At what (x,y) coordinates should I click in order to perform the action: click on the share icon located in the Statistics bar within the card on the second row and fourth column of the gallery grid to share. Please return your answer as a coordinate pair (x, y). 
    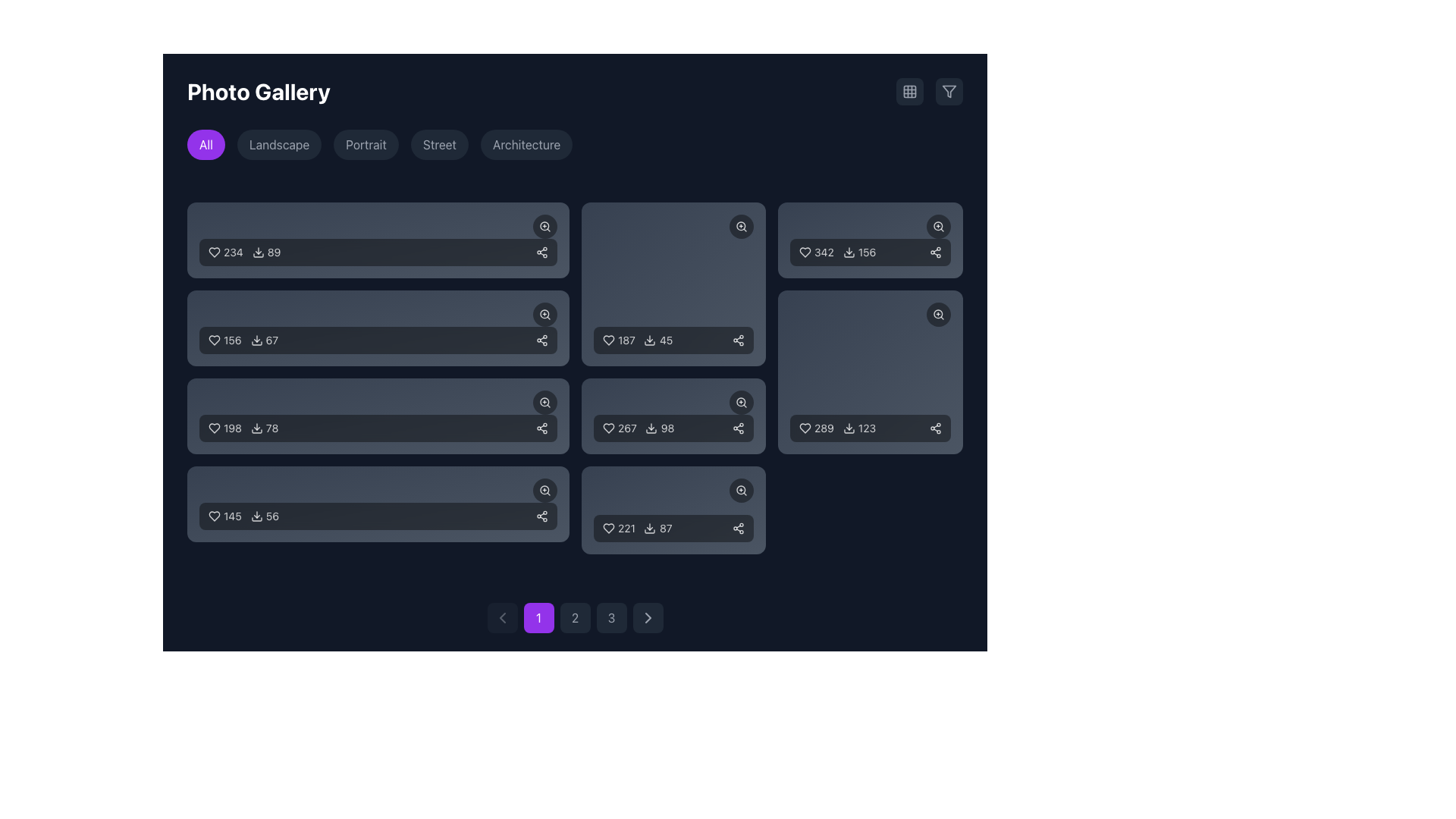
    Looking at the image, I should click on (673, 416).